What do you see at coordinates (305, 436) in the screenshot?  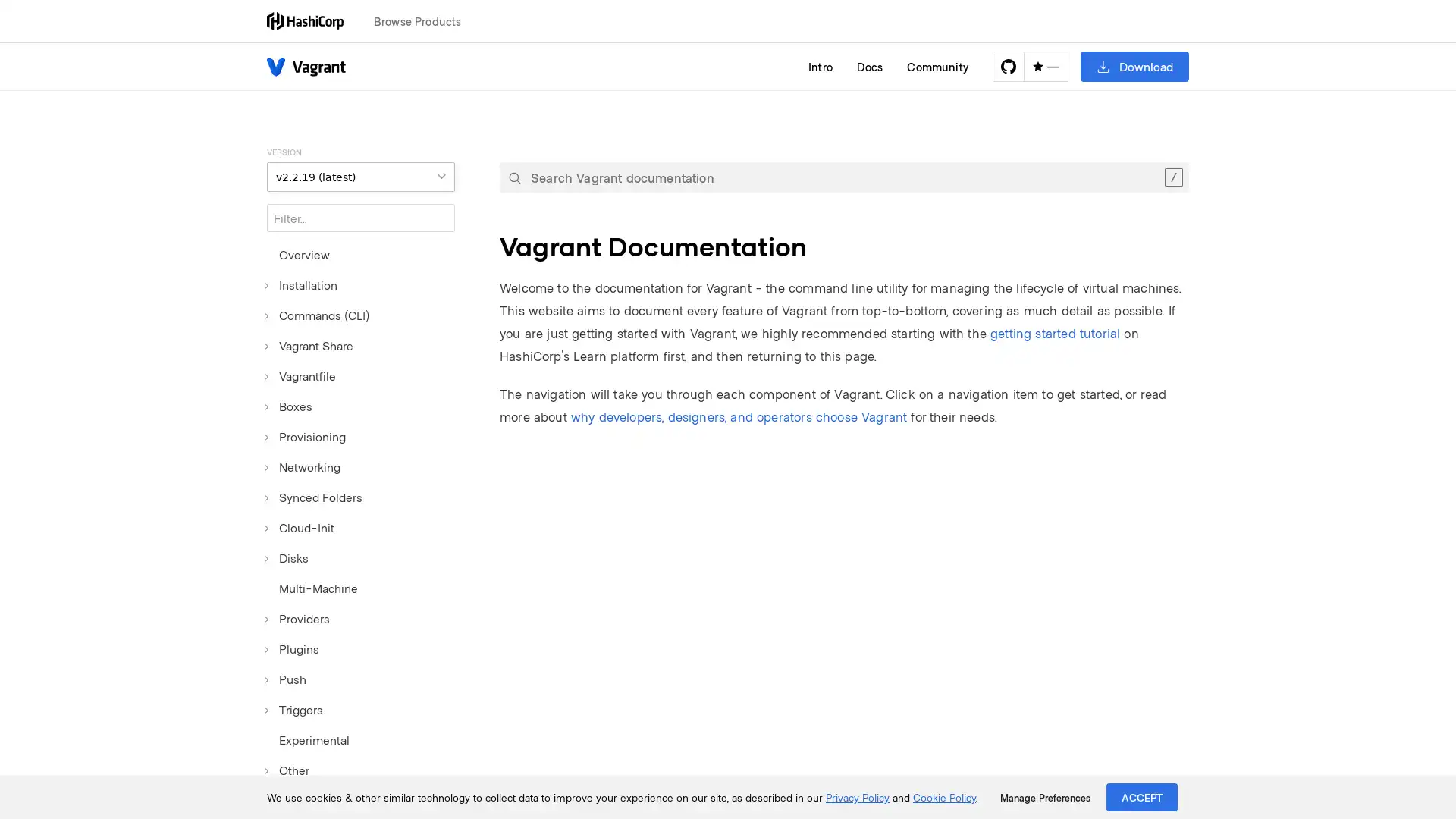 I see `Provisioning` at bounding box center [305, 436].